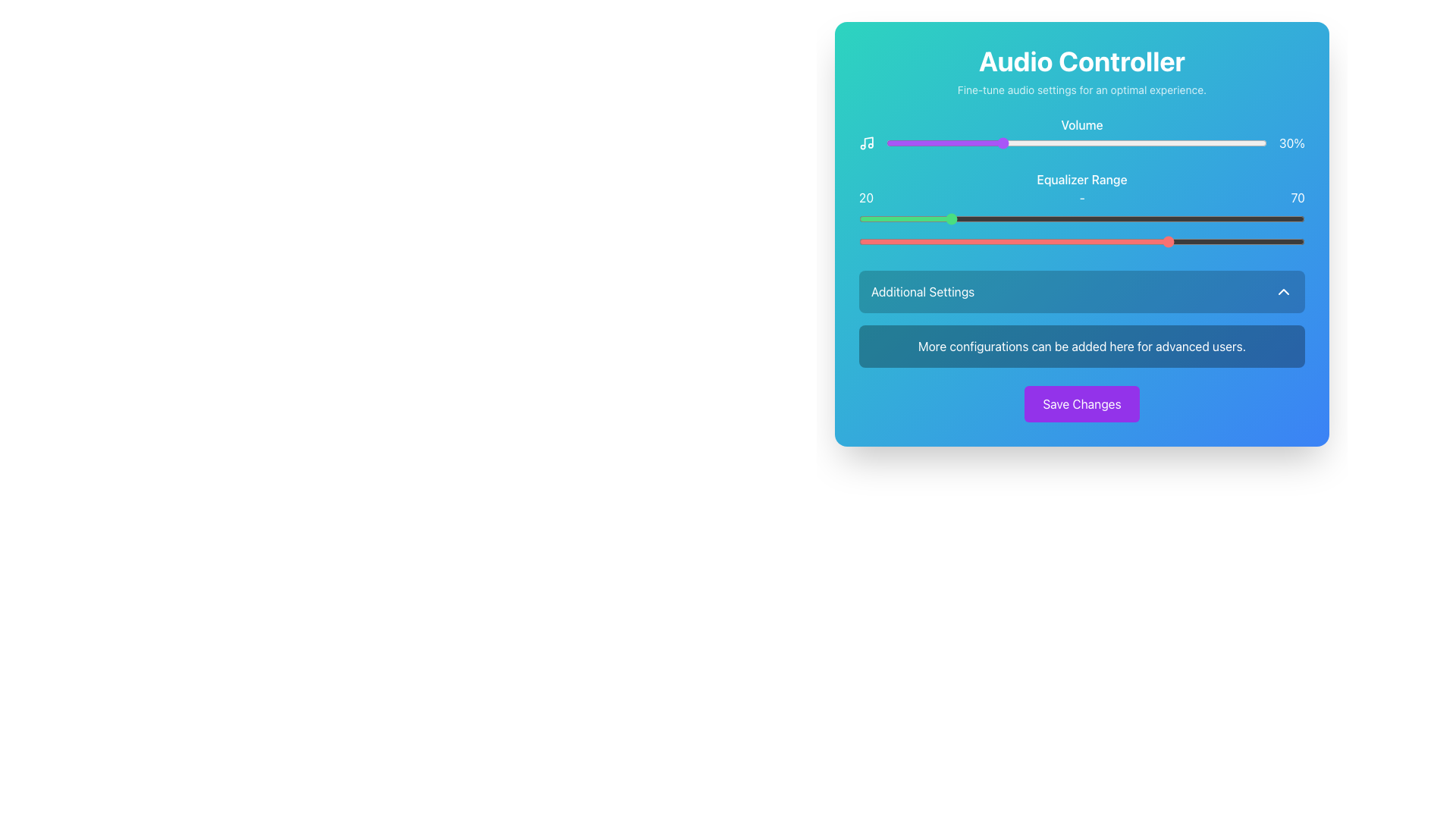 This screenshot has height=819, width=1456. I want to click on the static text element that provides additional details about the 'Audio Controller', located directly below the title and centered under it, so click(1081, 90).